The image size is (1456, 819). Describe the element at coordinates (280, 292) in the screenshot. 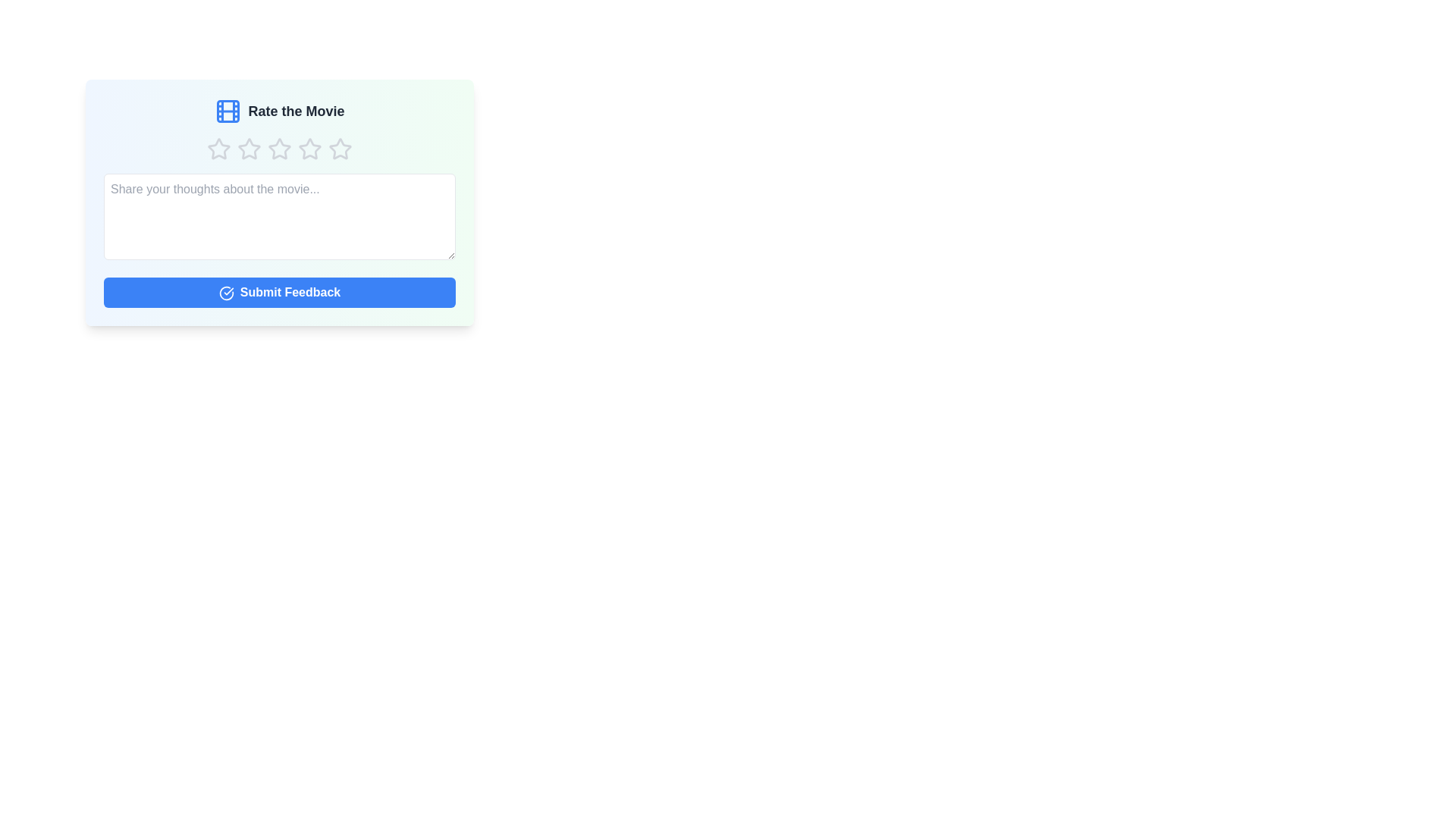

I see `'Submit Feedback' button to submit the review` at that location.